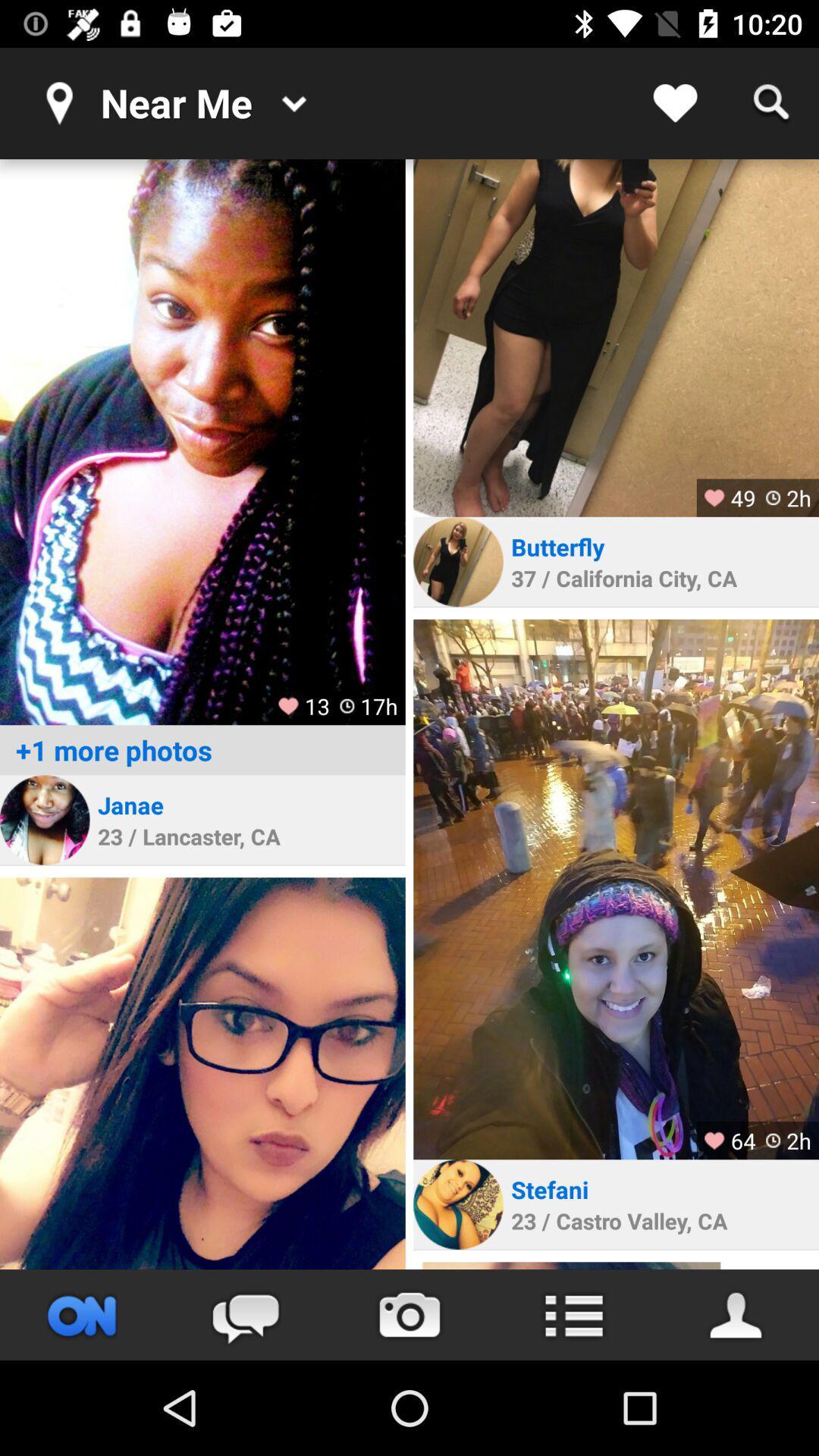  What do you see at coordinates (560, 546) in the screenshot?
I see `the butterfly  item` at bounding box center [560, 546].